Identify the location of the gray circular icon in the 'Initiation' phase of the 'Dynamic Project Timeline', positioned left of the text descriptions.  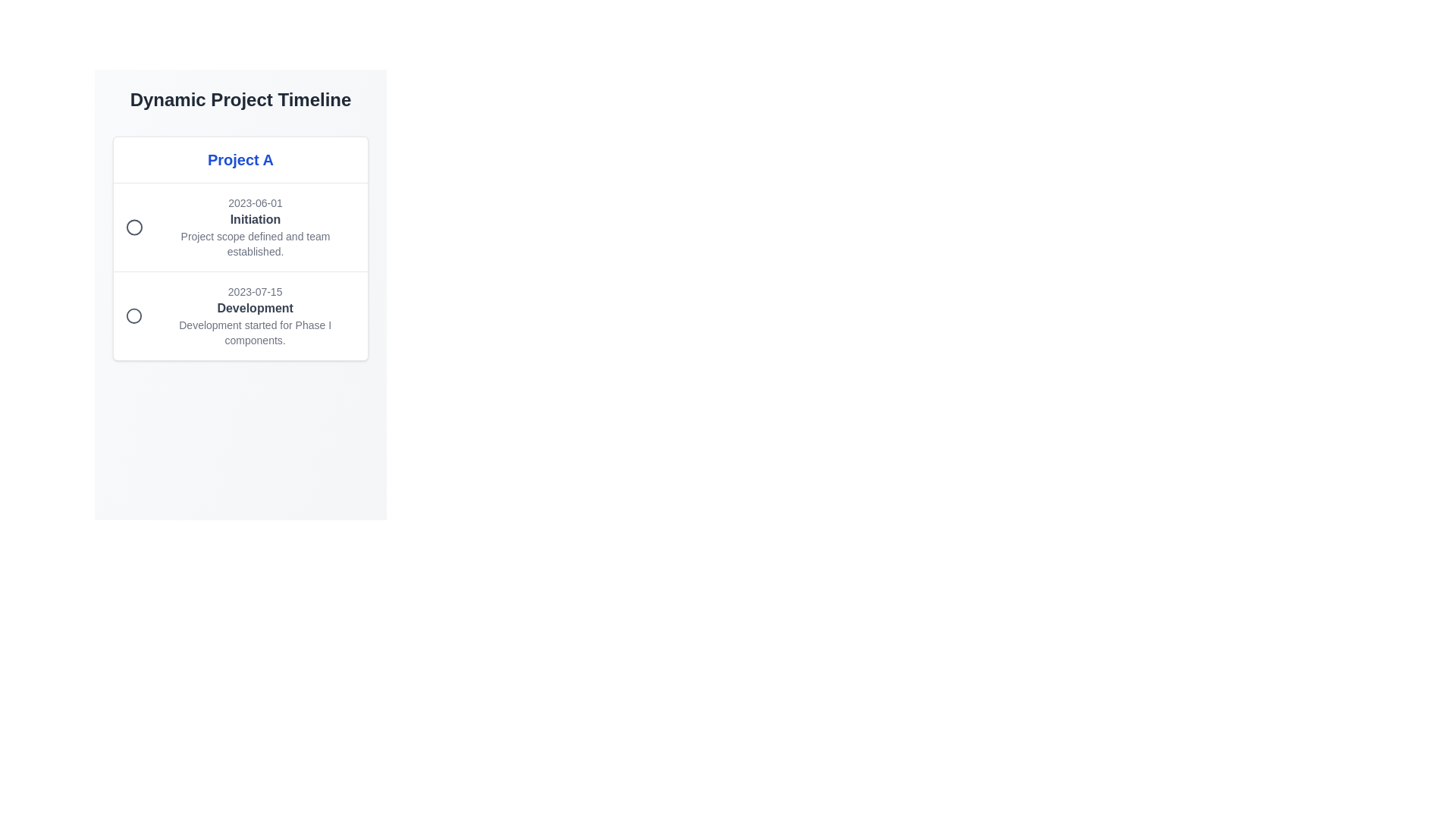
(134, 227).